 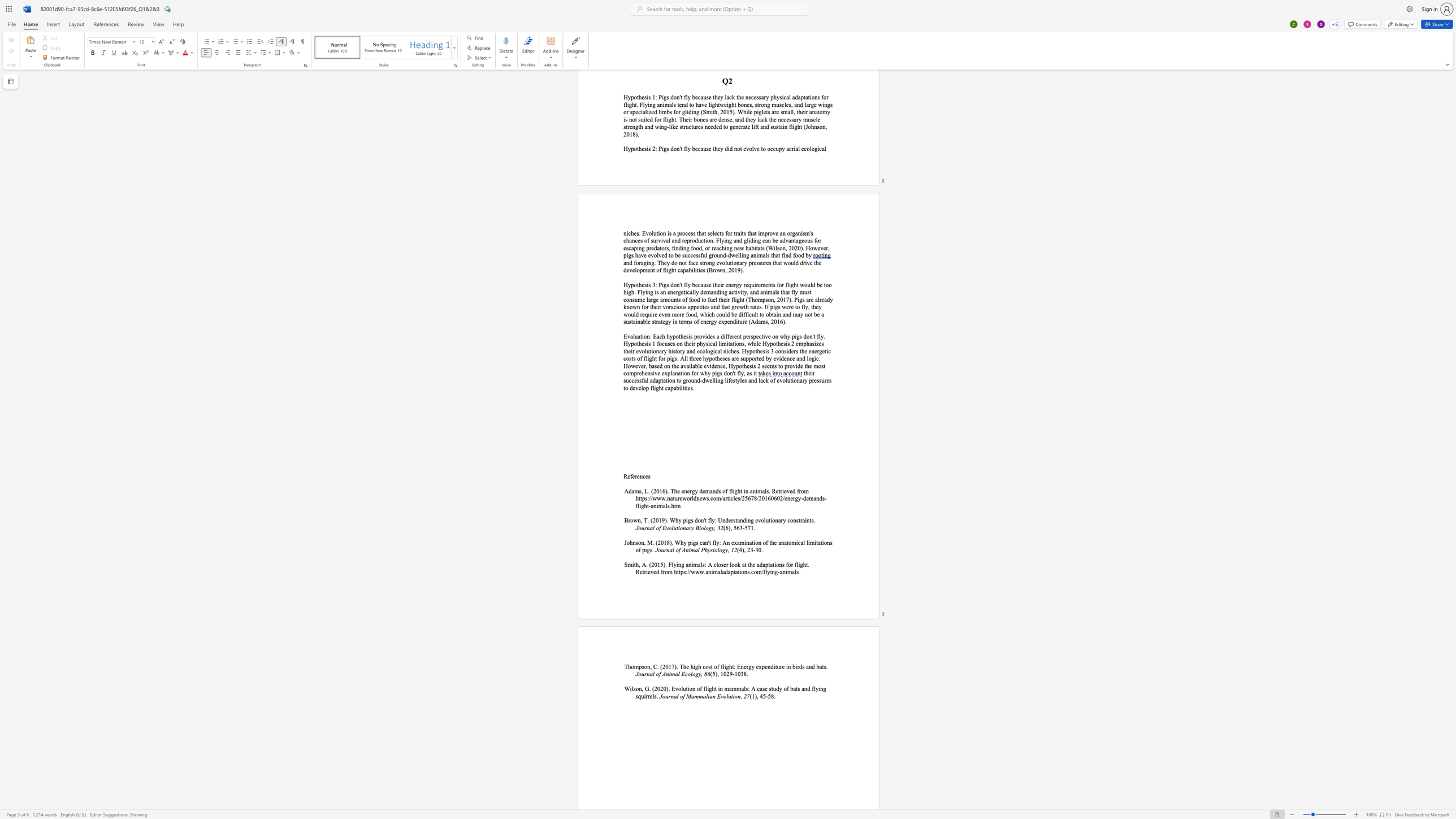 I want to click on the 1th character "F" in the text, so click(x=670, y=564).